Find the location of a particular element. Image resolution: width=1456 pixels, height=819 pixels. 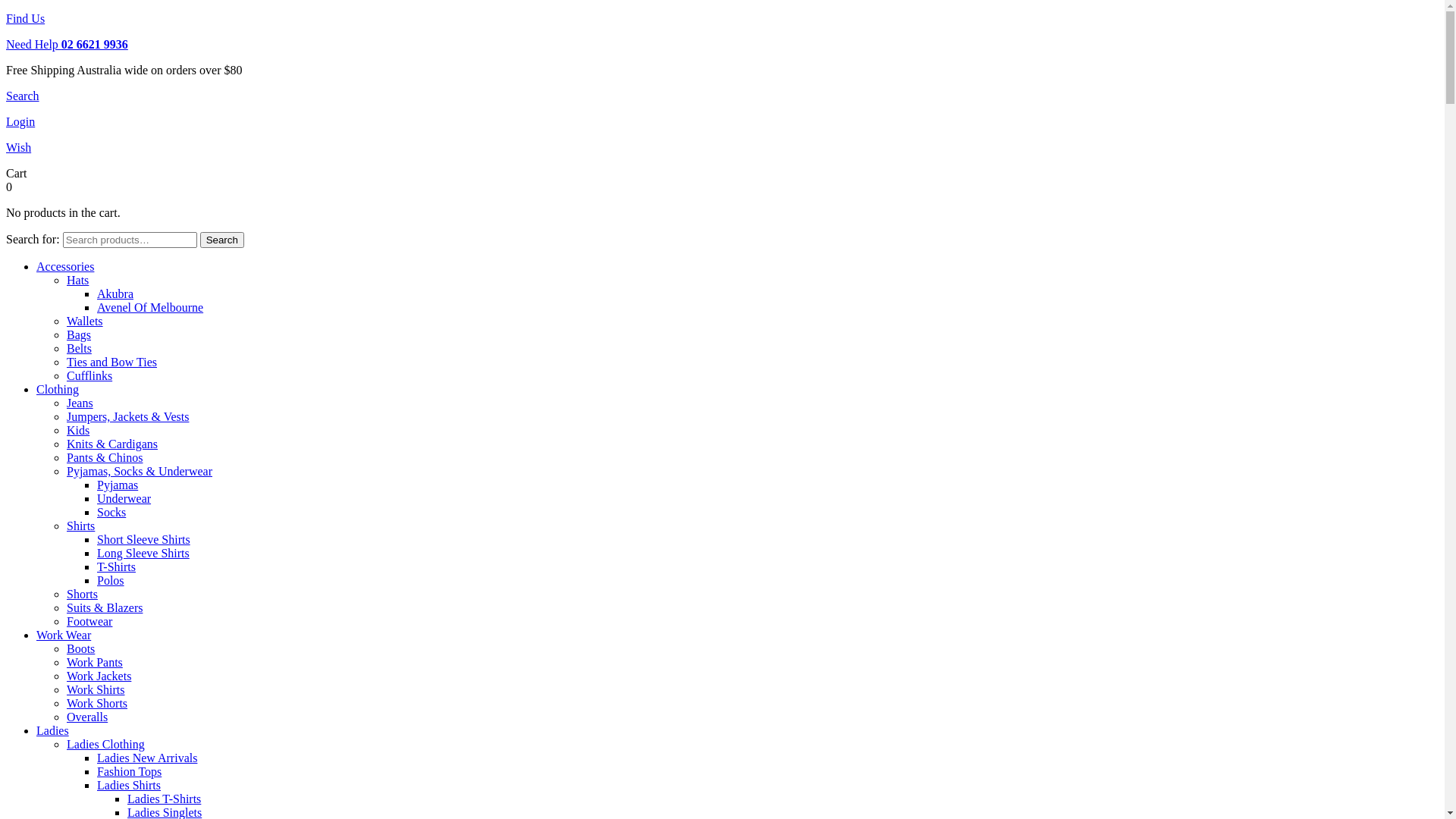

'Hats' is located at coordinates (65, 280).